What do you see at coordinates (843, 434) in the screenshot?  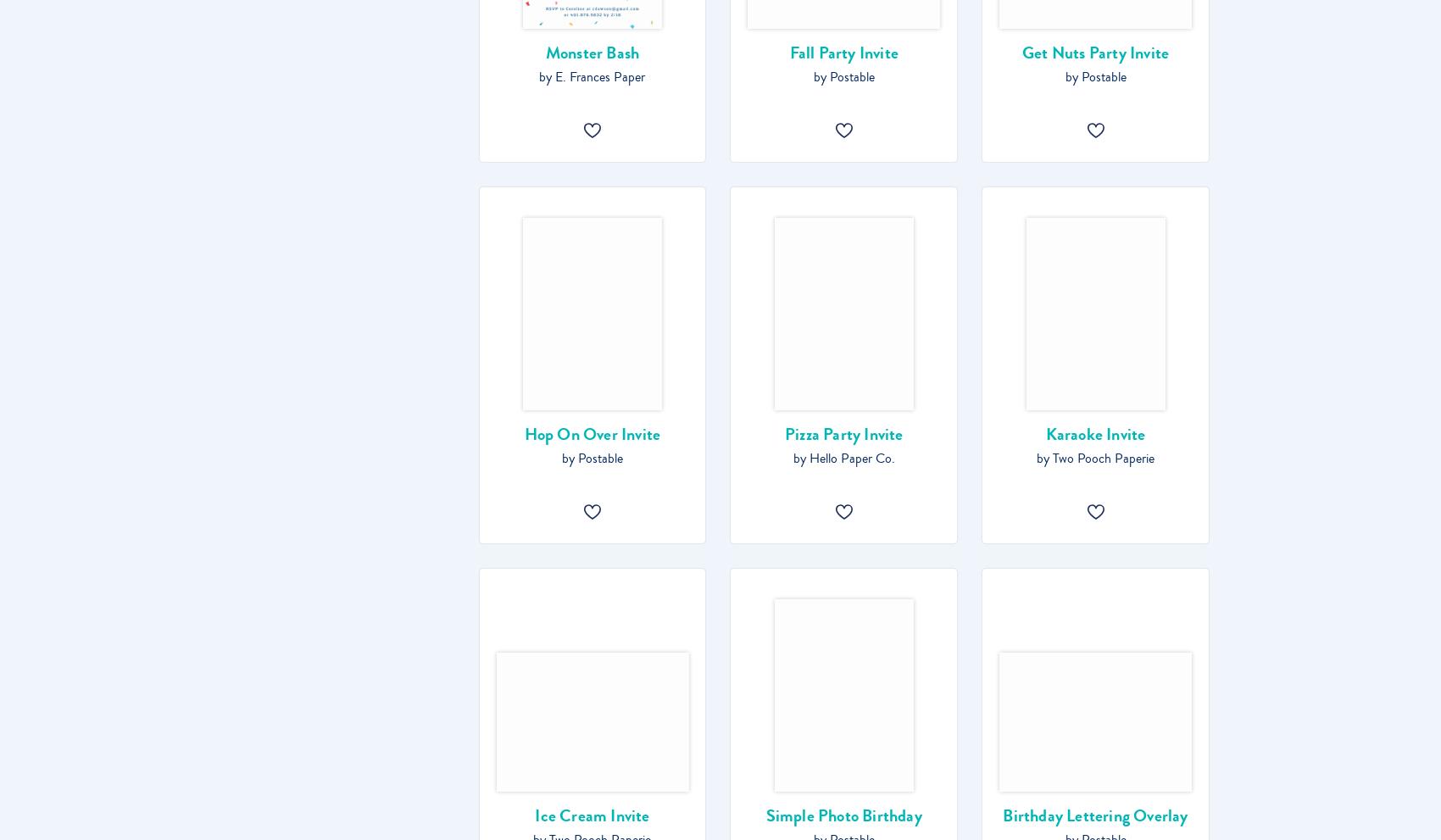 I see `'Pizza Party Invite'` at bounding box center [843, 434].